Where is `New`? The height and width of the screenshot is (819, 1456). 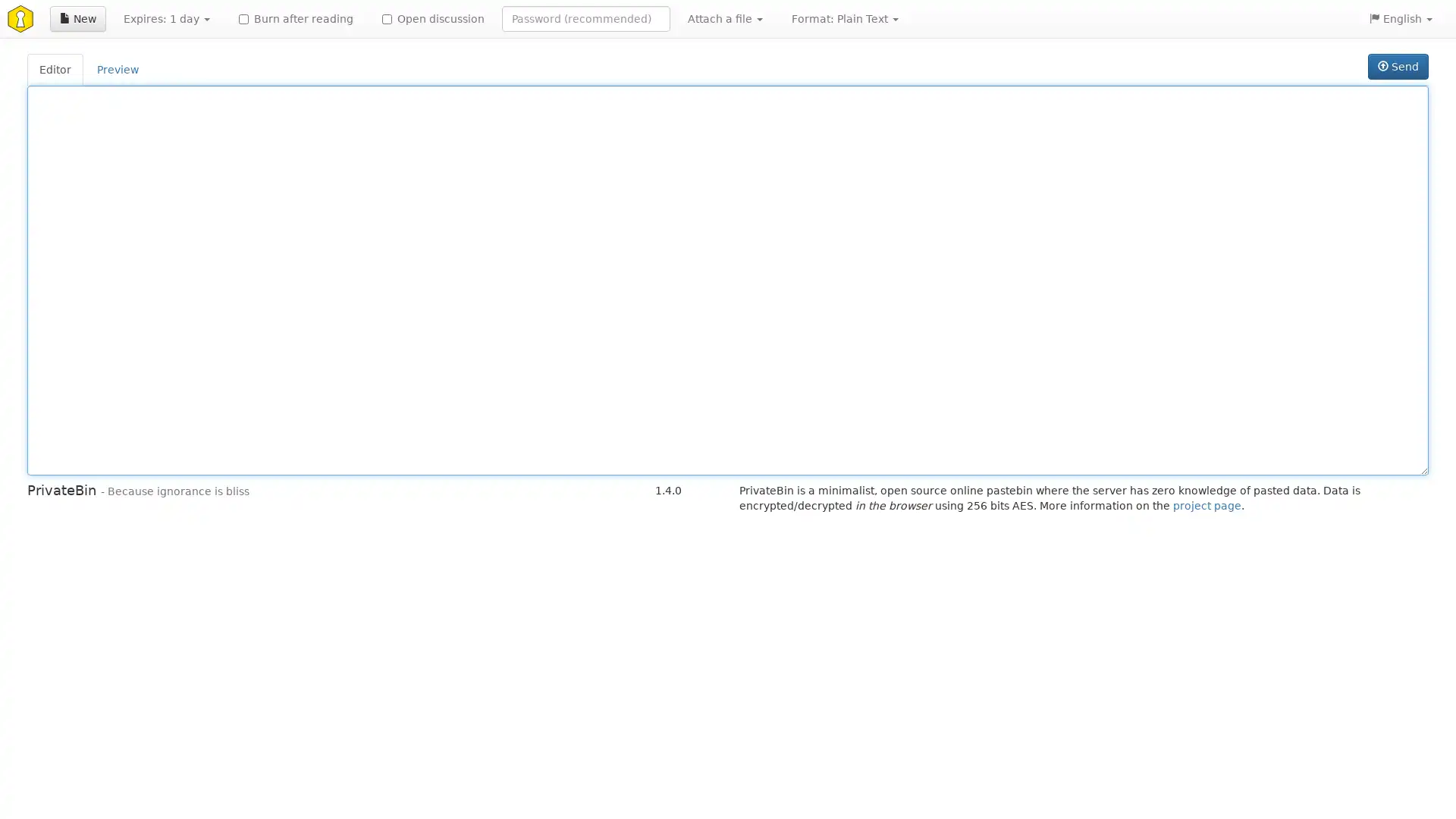 New is located at coordinates (77, 18).